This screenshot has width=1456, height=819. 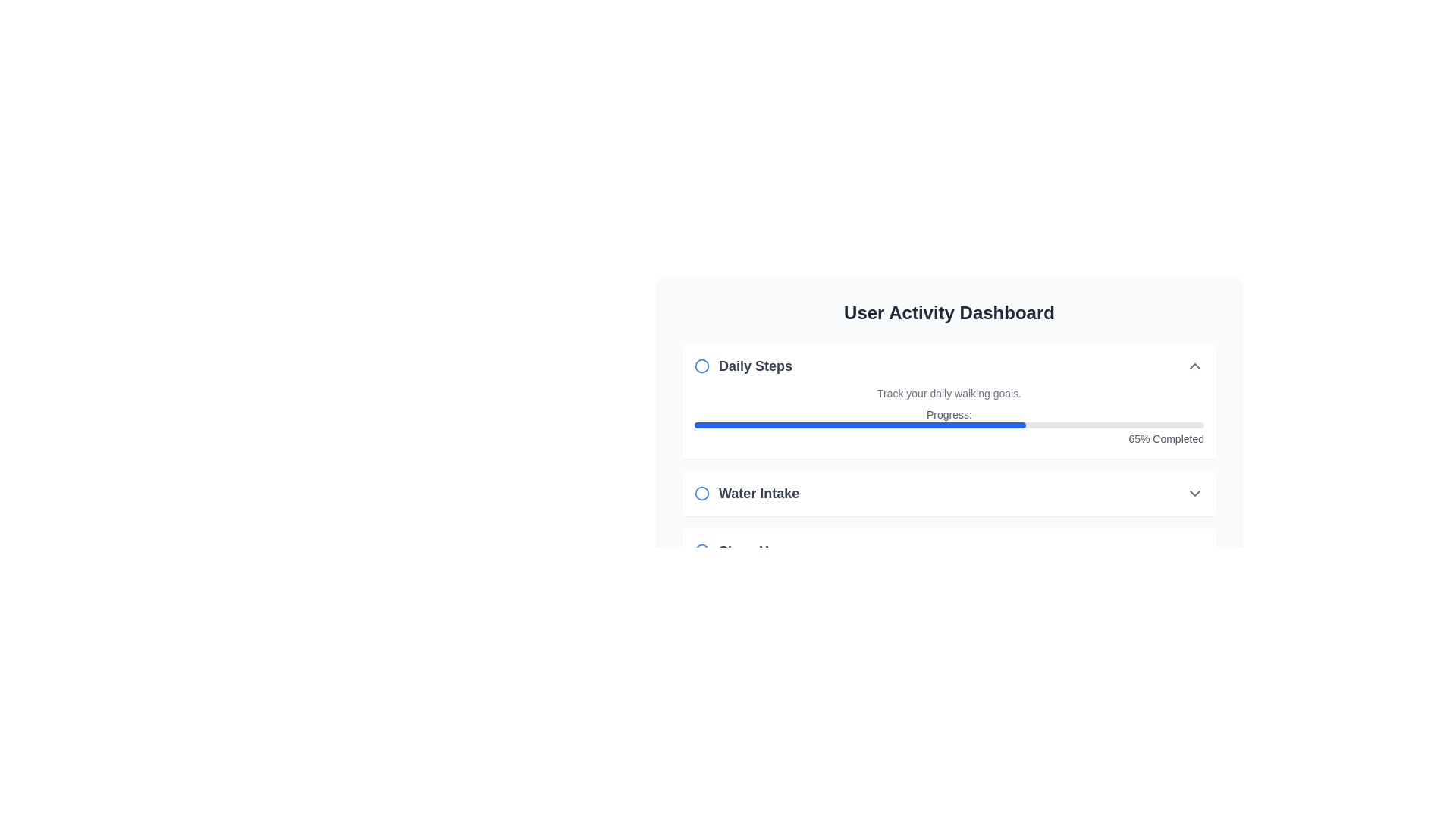 I want to click on the Informational card titled 'Daily Steps' which features a progress bar and displays '65% Completed' on the right, located in the 'User Activity Dashboard.', so click(x=949, y=400).